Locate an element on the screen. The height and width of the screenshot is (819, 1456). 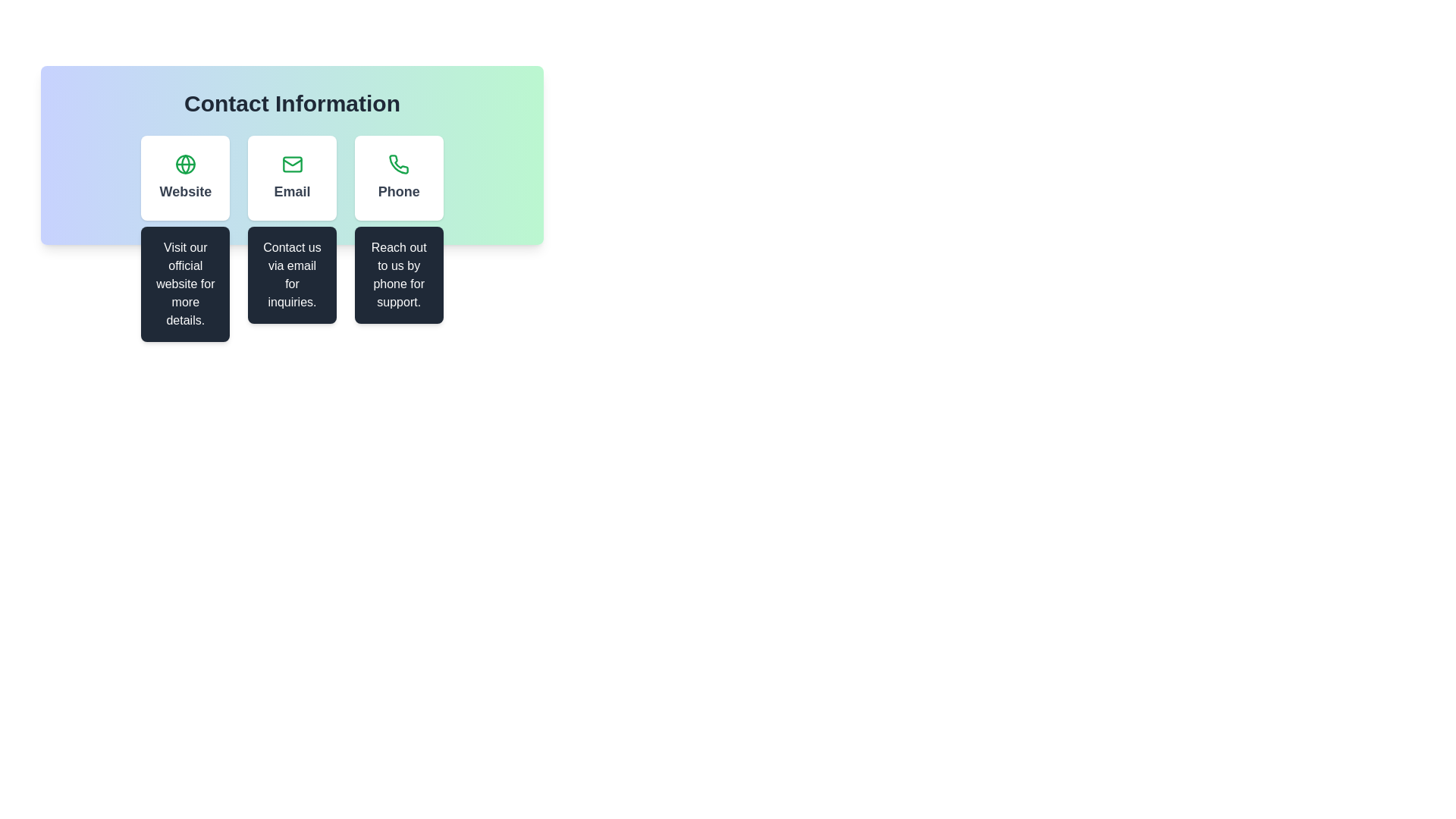
the phone contact icon located in the third column of the contact information section, which is used to initiate phone communication is located at coordinates (399, 164).